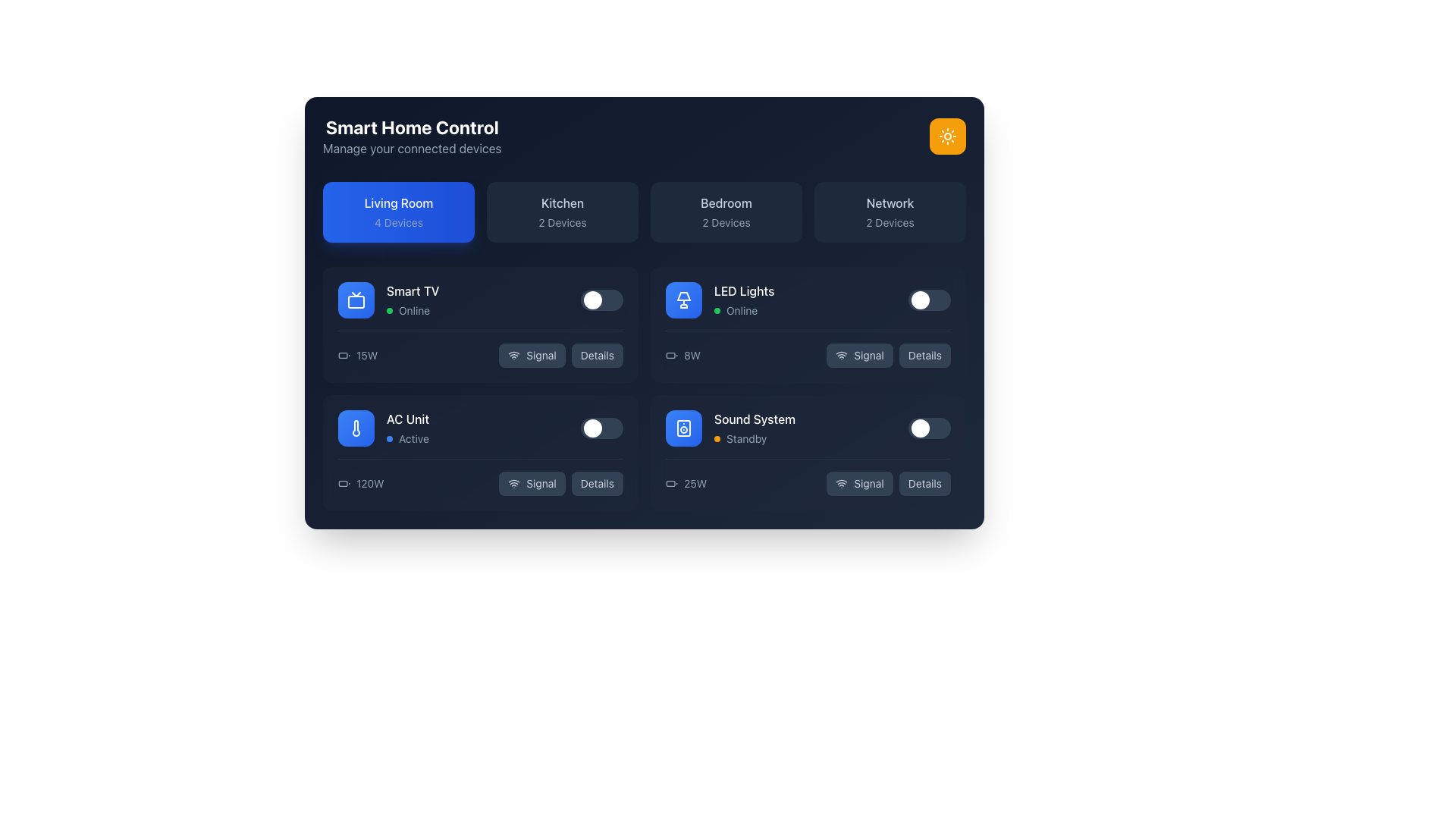 The width and height of the screenshot is (1456, 819). Describe the element at coordinates (683, 300) in the screenshot. I see `the minimalistic lamp icon located within the gradient-blue circular background in the 'LED Lights' card under the 'Living Room' section` at that location.